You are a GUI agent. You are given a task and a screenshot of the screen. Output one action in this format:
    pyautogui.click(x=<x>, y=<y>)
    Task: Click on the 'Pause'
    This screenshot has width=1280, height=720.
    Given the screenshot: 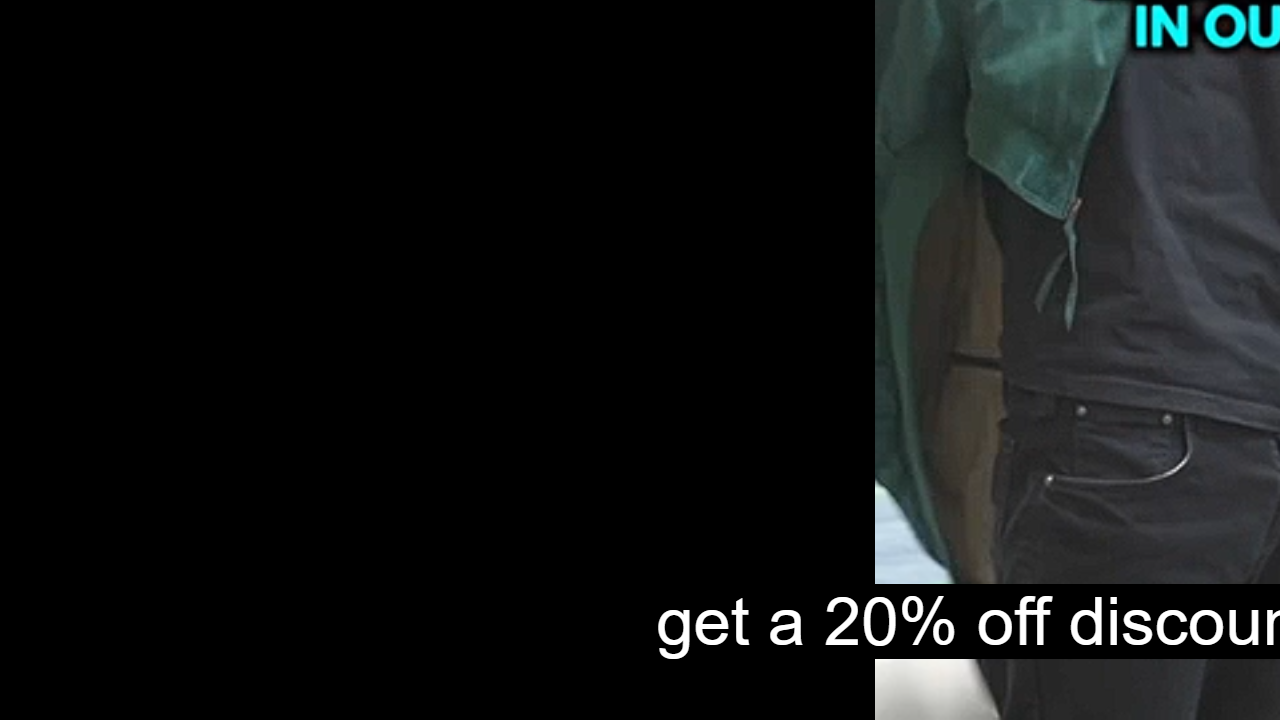 What is the action you would take?
    pyautogui.click(x=30, y=696)
    